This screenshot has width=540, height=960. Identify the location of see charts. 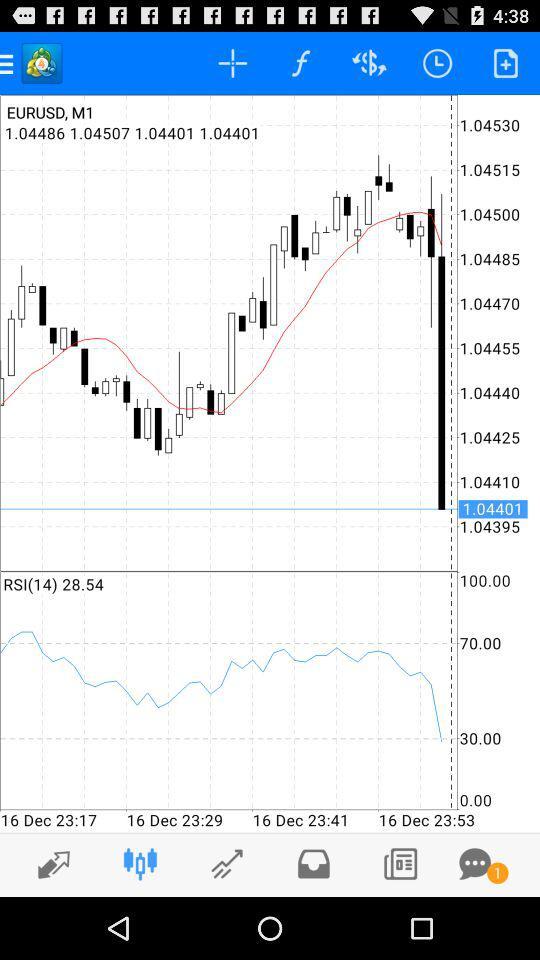
(226, 863).